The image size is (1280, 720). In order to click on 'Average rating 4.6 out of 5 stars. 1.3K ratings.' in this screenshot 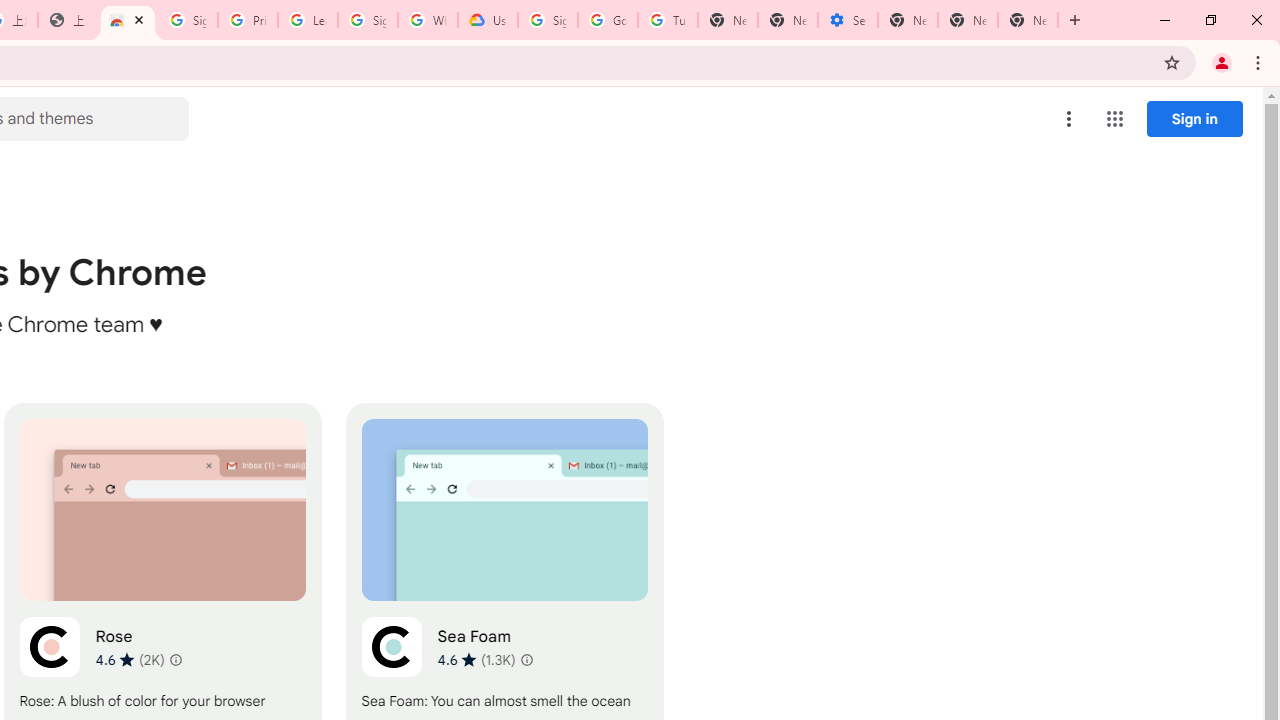, I will do `click(475, 659)`.